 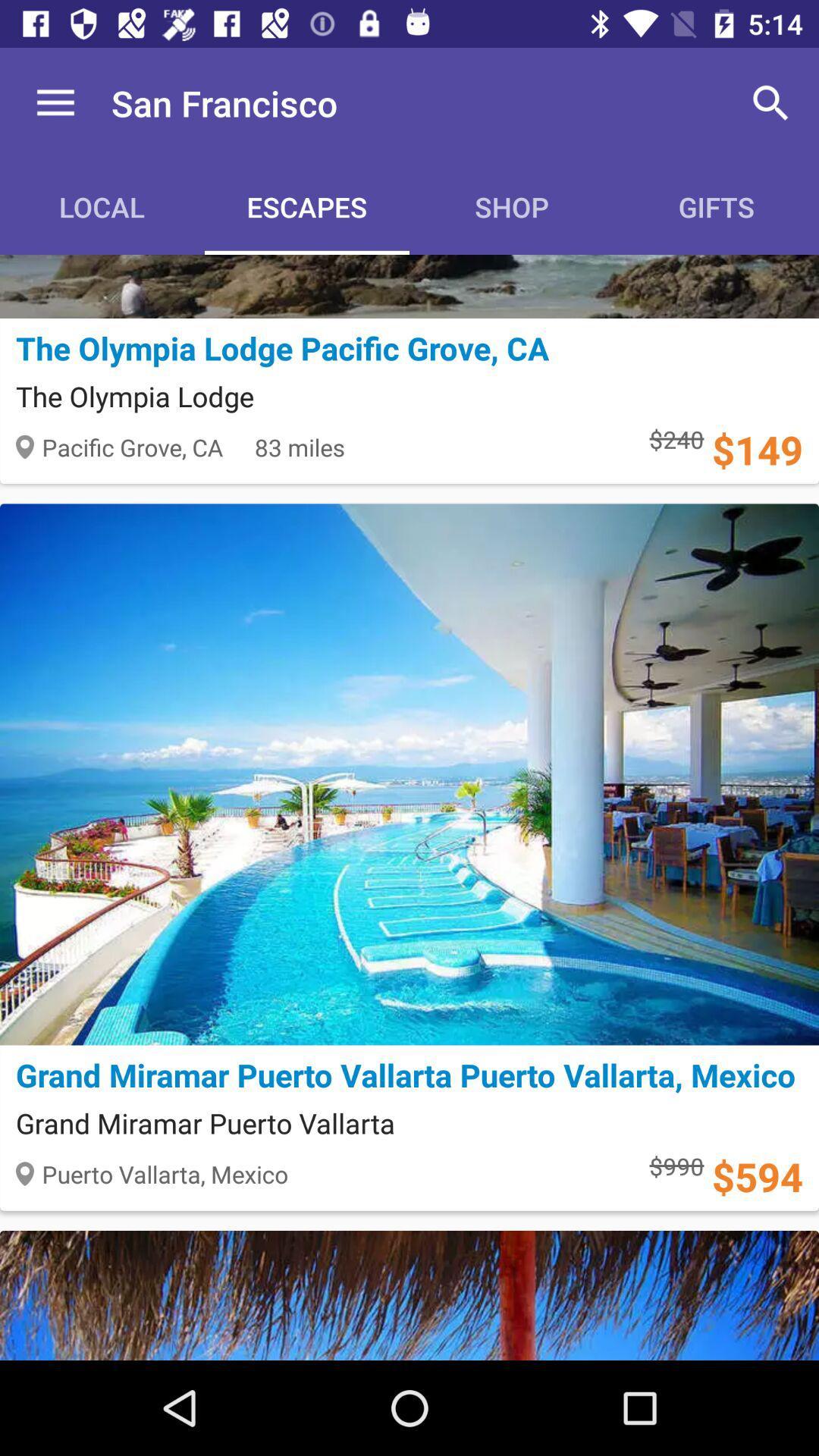 What do you see at coordinates (771, 102) in the screenshot?
I see `the item above gifts` at bounding box center [771, 102].